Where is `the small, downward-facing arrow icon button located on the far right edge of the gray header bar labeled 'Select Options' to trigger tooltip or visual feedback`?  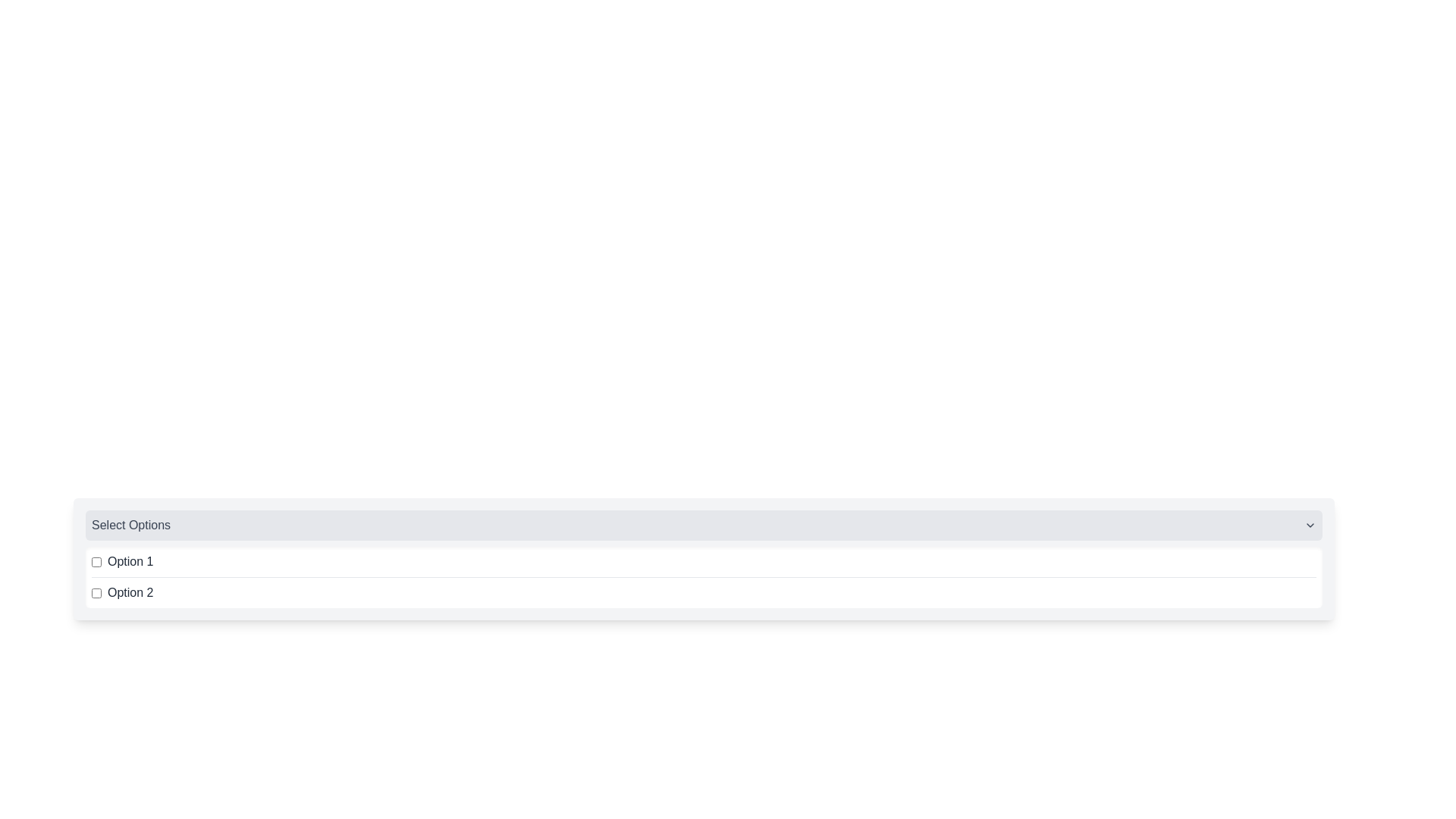
the small, downward-facing arrow icon button located on the far right edge of the gray header bar labeled 'Select Options' to trigger tooltip or visual feedback is located at coordinates (1310, 525).